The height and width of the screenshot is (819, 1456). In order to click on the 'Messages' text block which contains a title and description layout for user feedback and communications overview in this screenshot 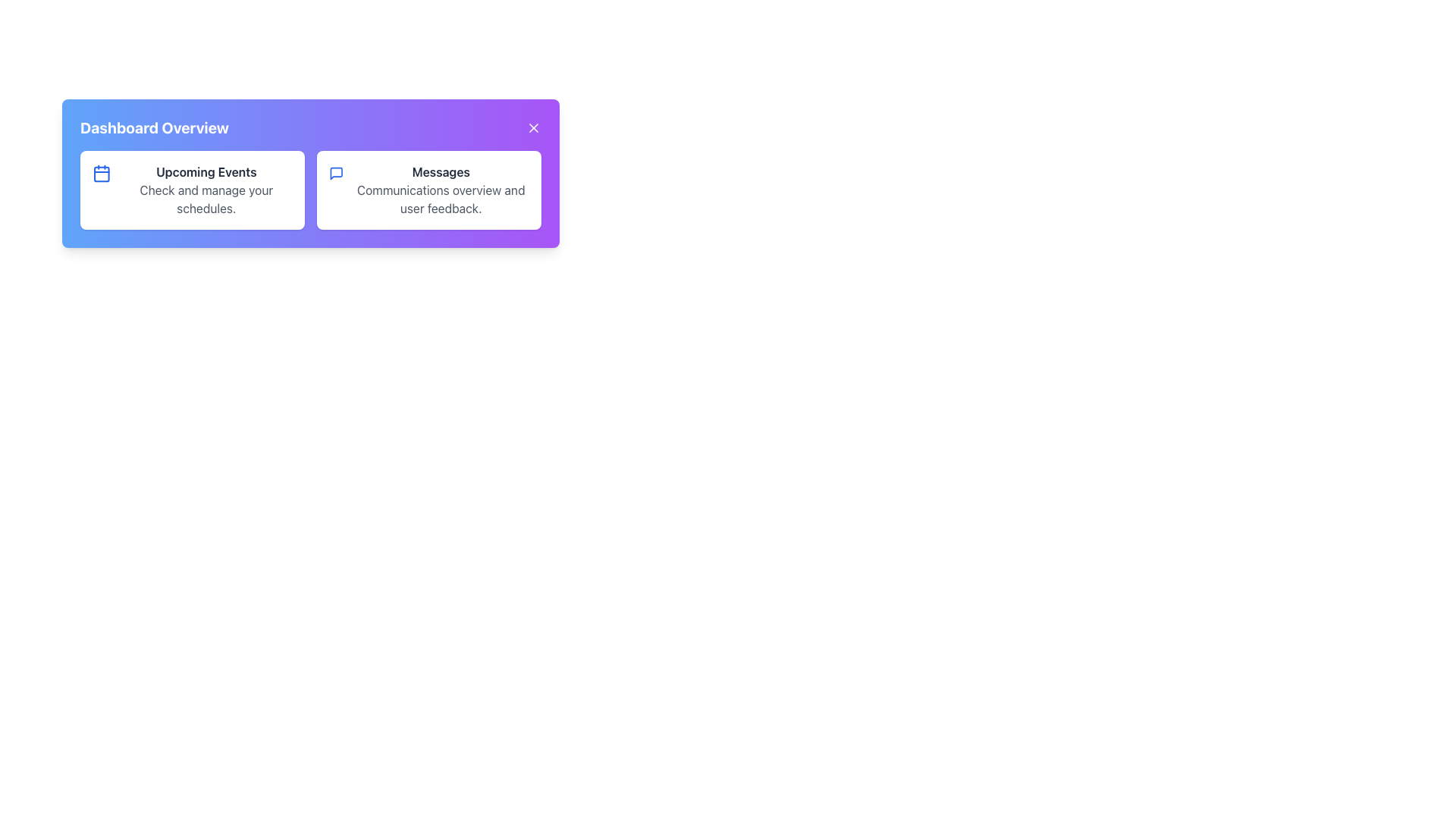, I will do `click(440, 189)`.